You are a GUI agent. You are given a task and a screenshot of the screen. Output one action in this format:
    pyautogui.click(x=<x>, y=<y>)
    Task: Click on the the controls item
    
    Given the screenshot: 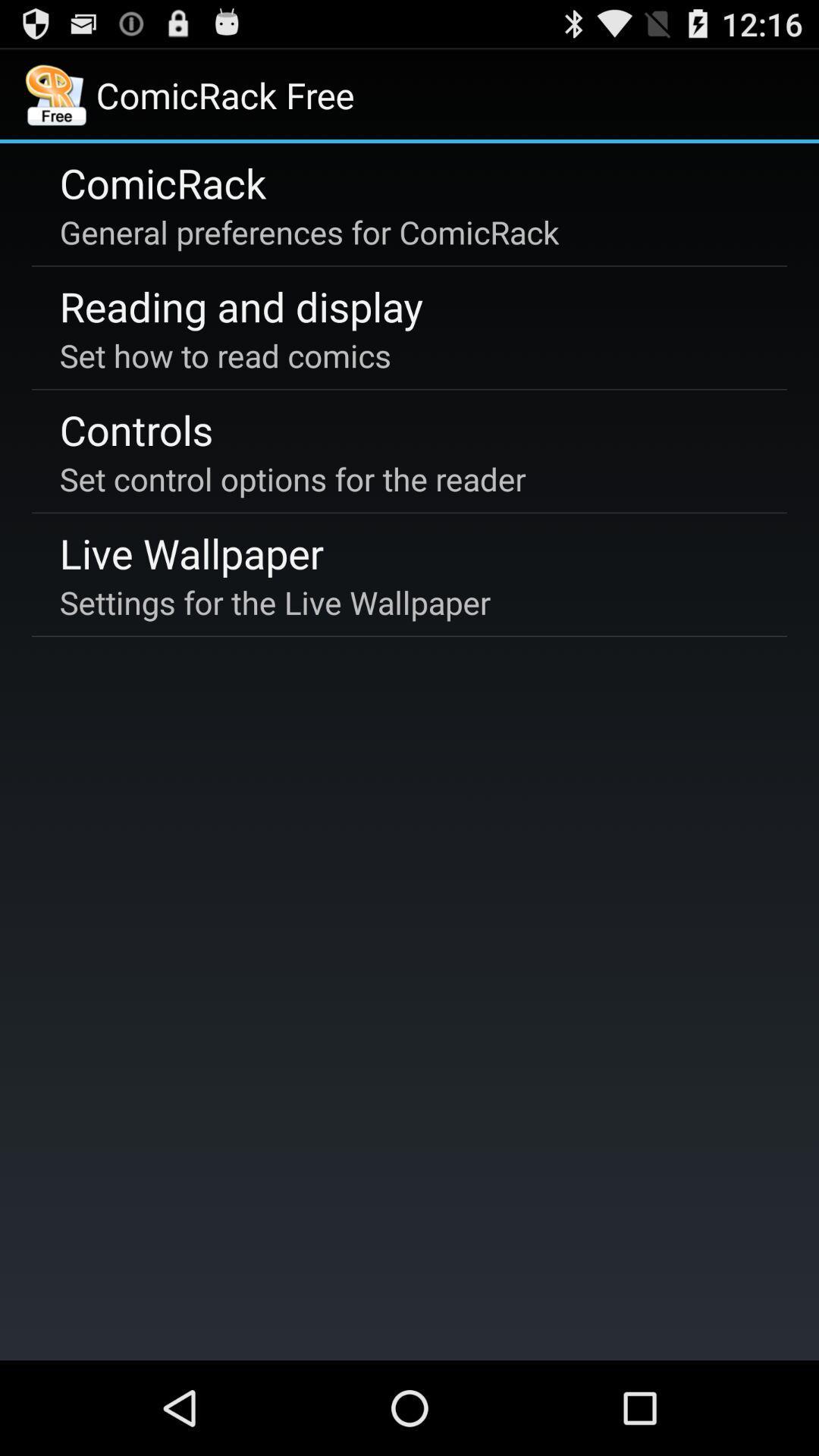 What is the action you would take?
    pyautogui.click(x=136, y=428)
    